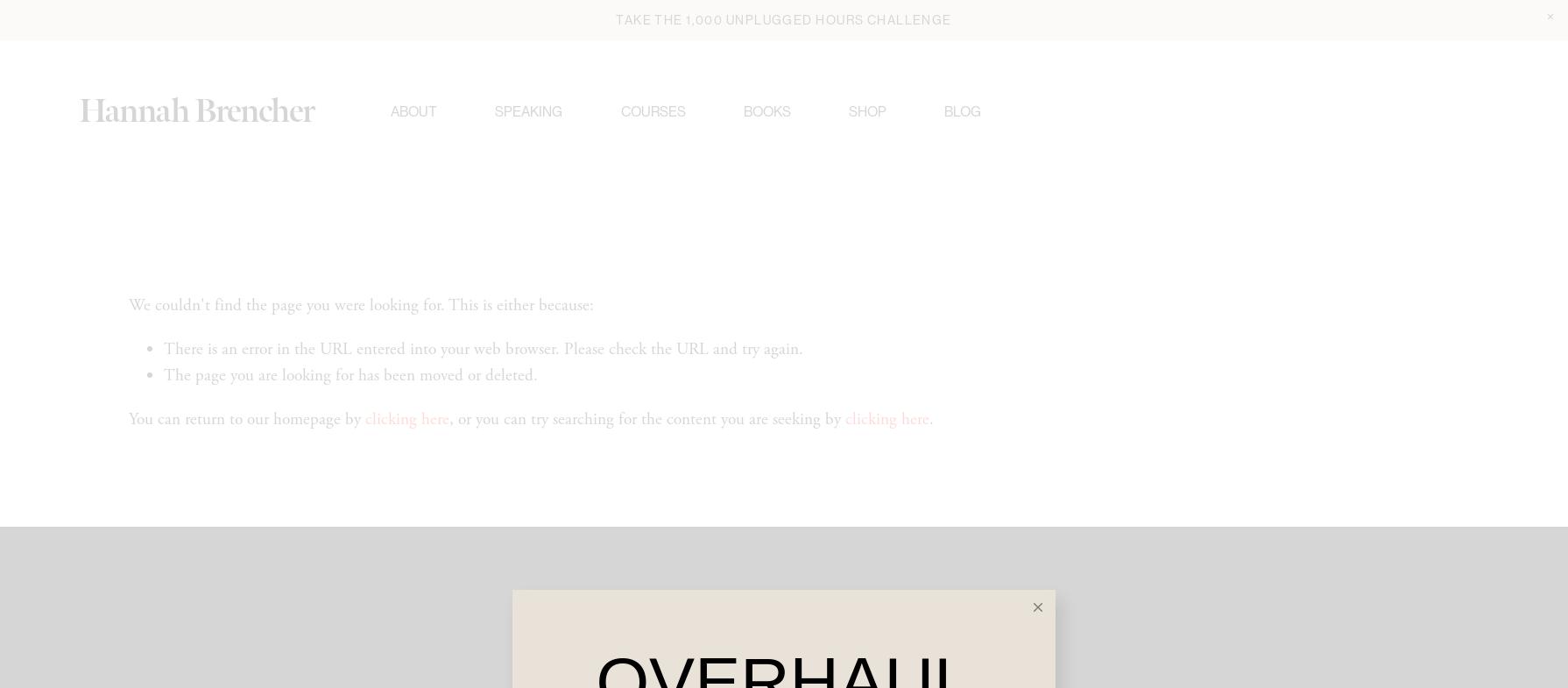 This screenshot has height=688, width=1568. I want to click on 'take the 1,000 unplugged hours challenge', so click(782, 18).